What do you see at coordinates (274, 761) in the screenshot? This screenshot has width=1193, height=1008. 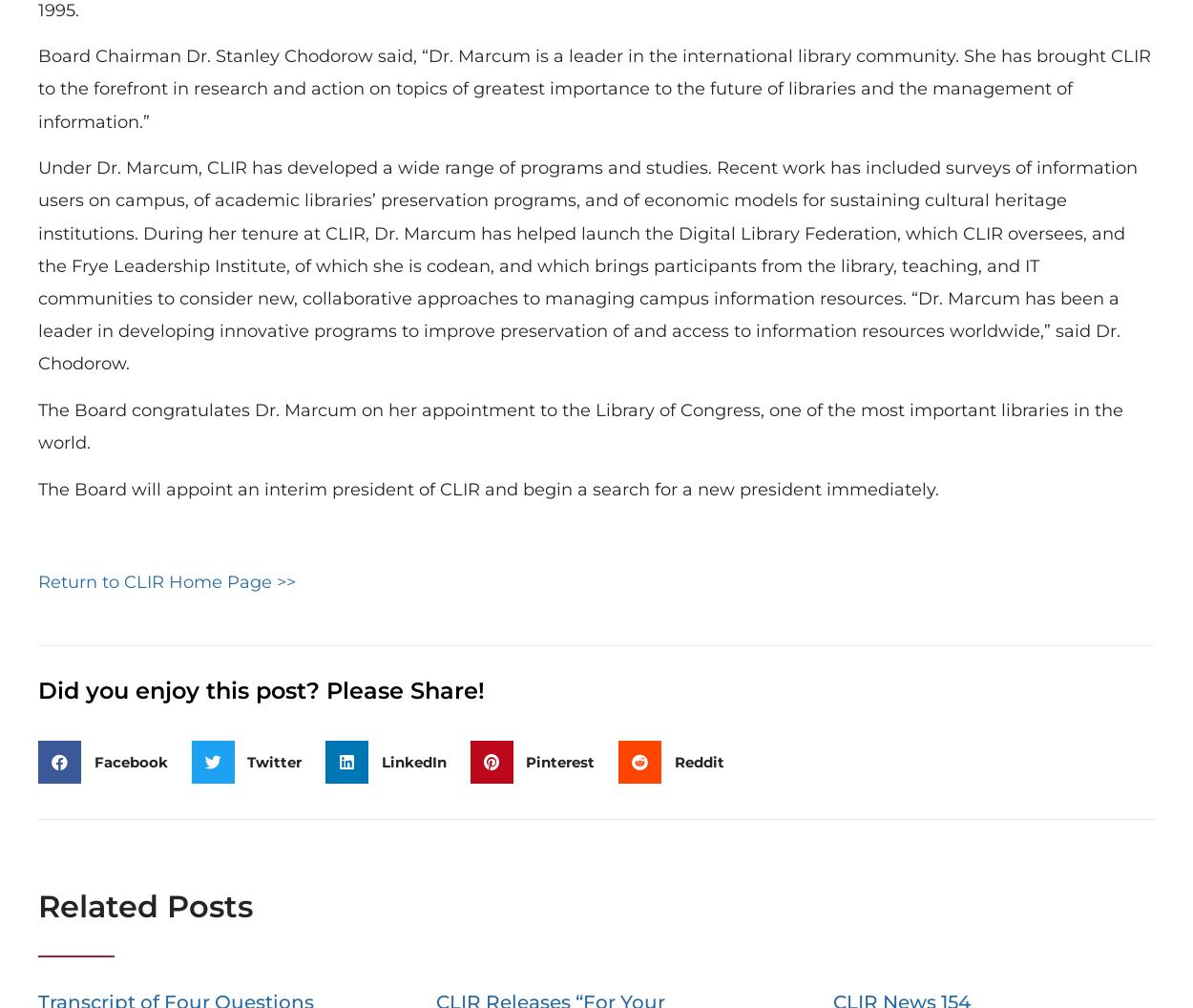 I see `'Twitter'` at bounding box center [274, 761].